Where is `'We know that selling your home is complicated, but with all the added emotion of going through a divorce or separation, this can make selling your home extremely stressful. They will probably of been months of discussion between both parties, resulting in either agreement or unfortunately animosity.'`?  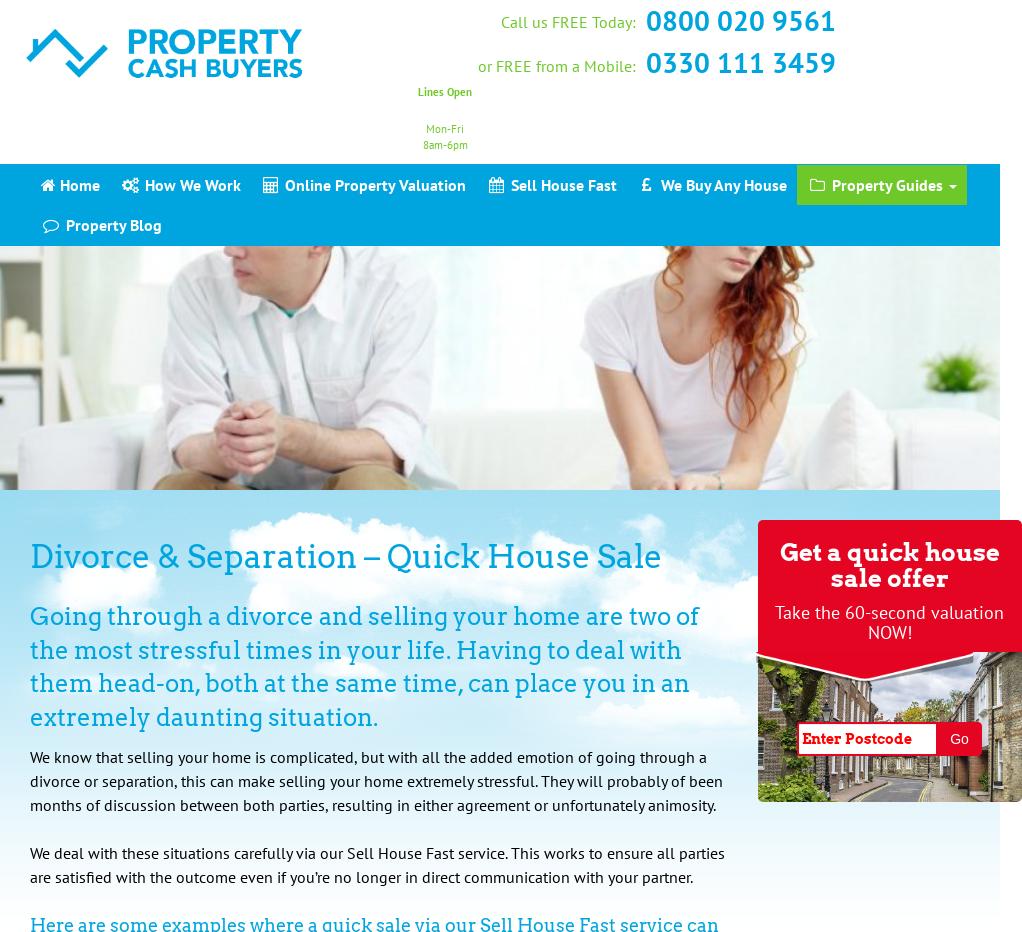 'We know that selling your home is complicated, but with all the added emotion of going through a divorce or separation, this can make selling your home extremely stressful. They will probably of been months of discussion between both parties, resulting in either agreement or unfortunately animosity.' is located at coordinates (375, 779).